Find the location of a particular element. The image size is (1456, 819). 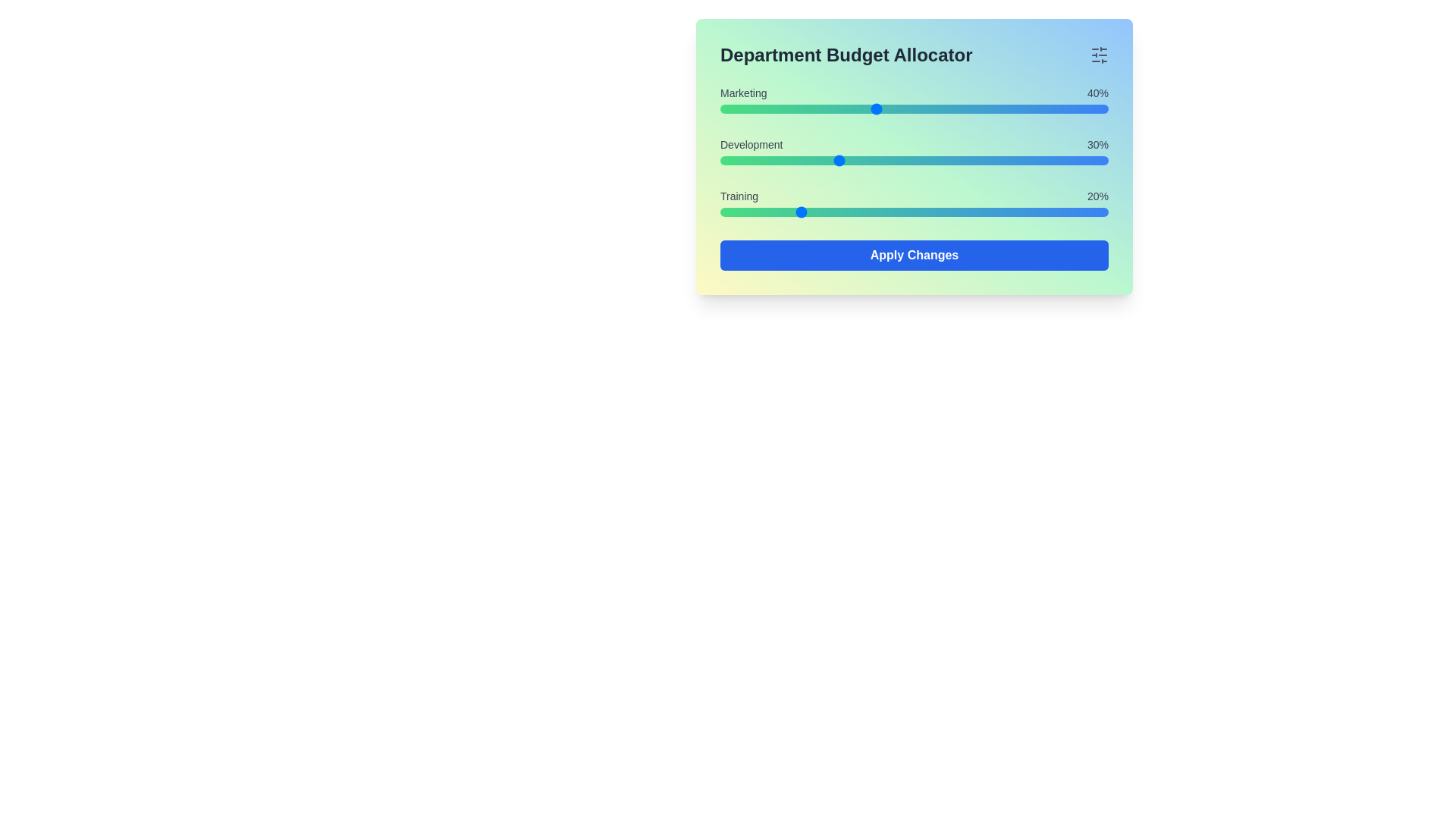

the icon at the top-right of the component is located at coordinates (1099, 55).